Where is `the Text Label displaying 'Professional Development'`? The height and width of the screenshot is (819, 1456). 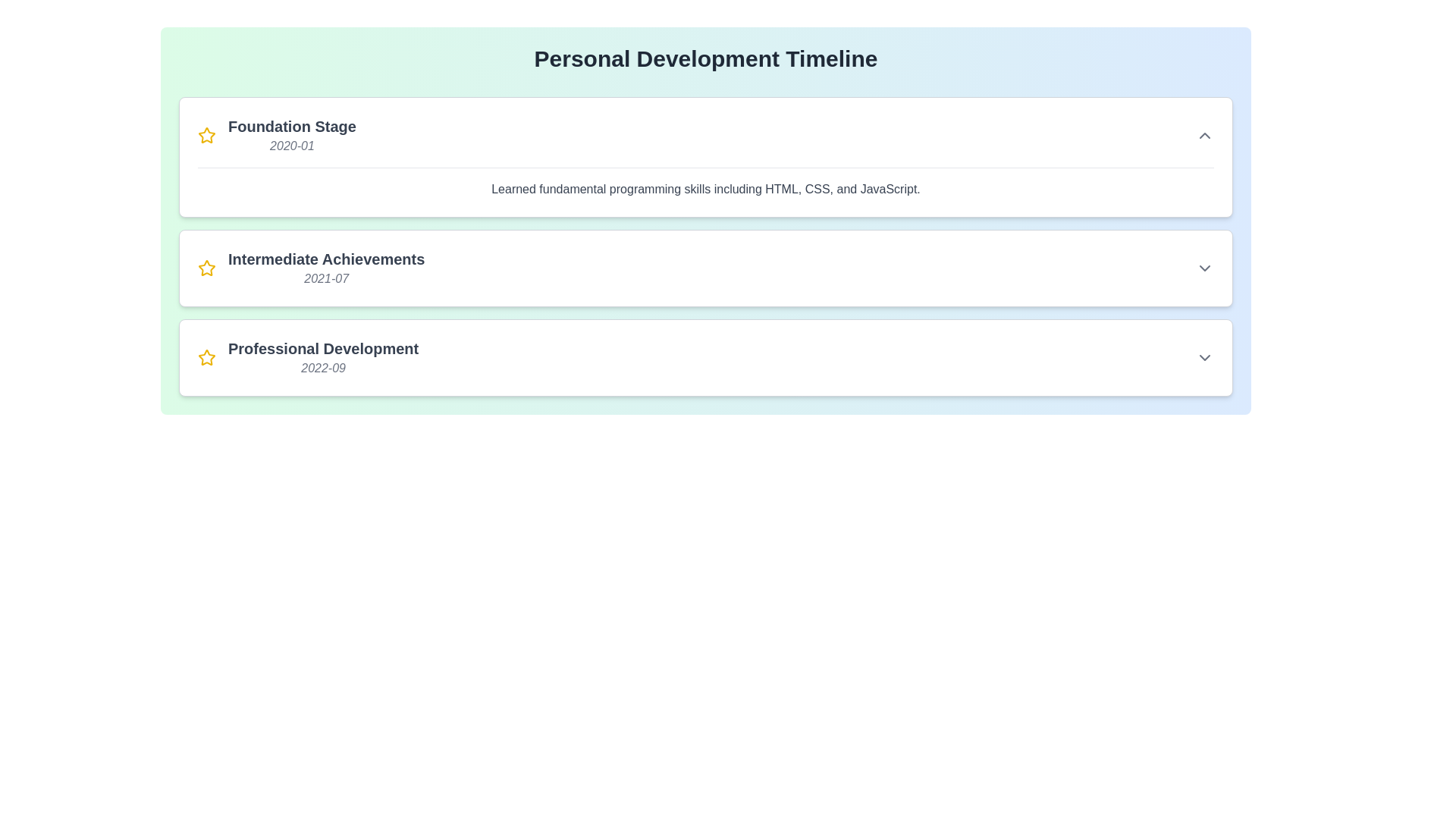 the Text Label displaying 'Professional Development' is located at coordinates (322, 348).